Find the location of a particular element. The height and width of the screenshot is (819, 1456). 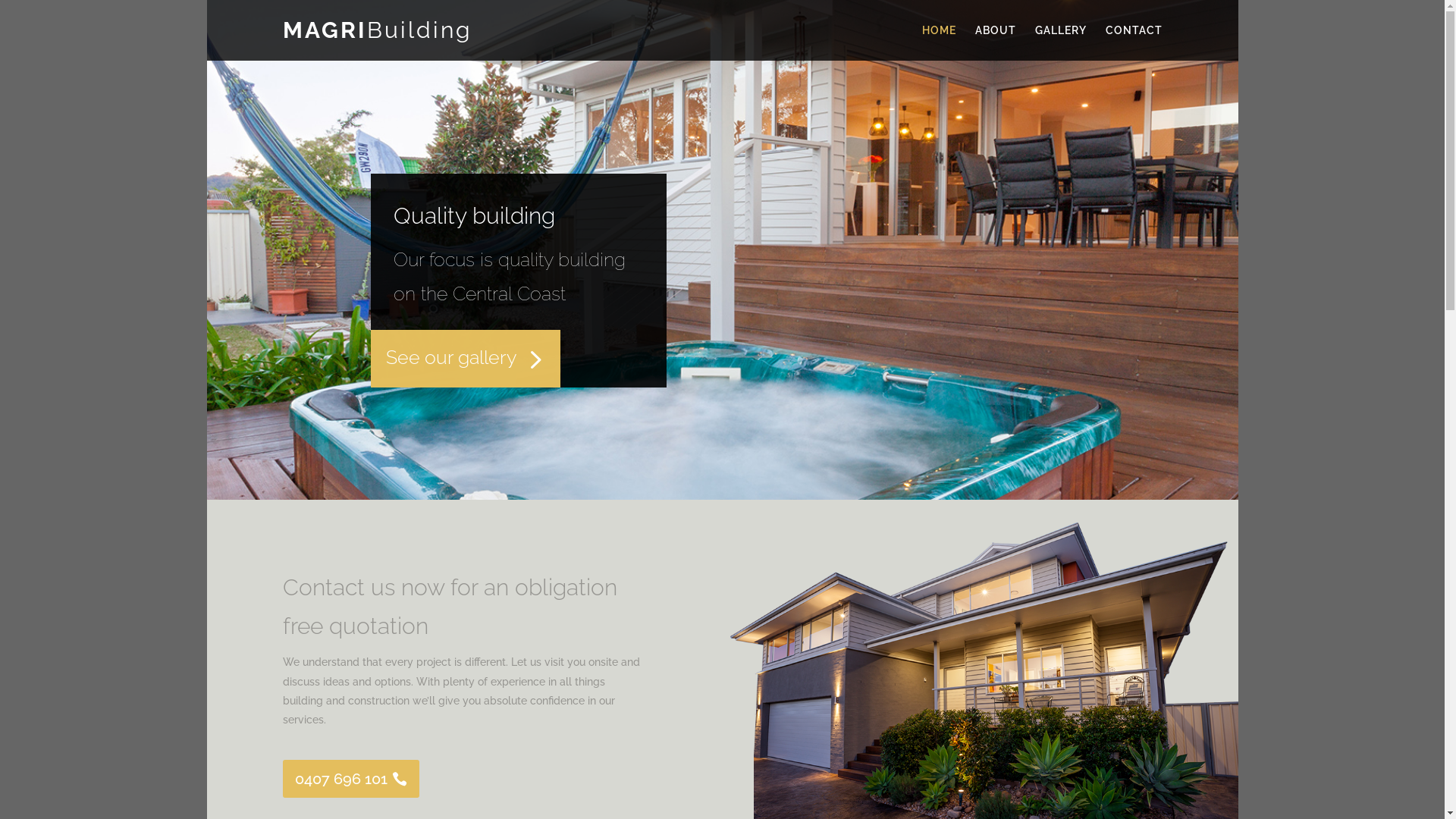

'See our gallery' is located at coordinates (450, 356).